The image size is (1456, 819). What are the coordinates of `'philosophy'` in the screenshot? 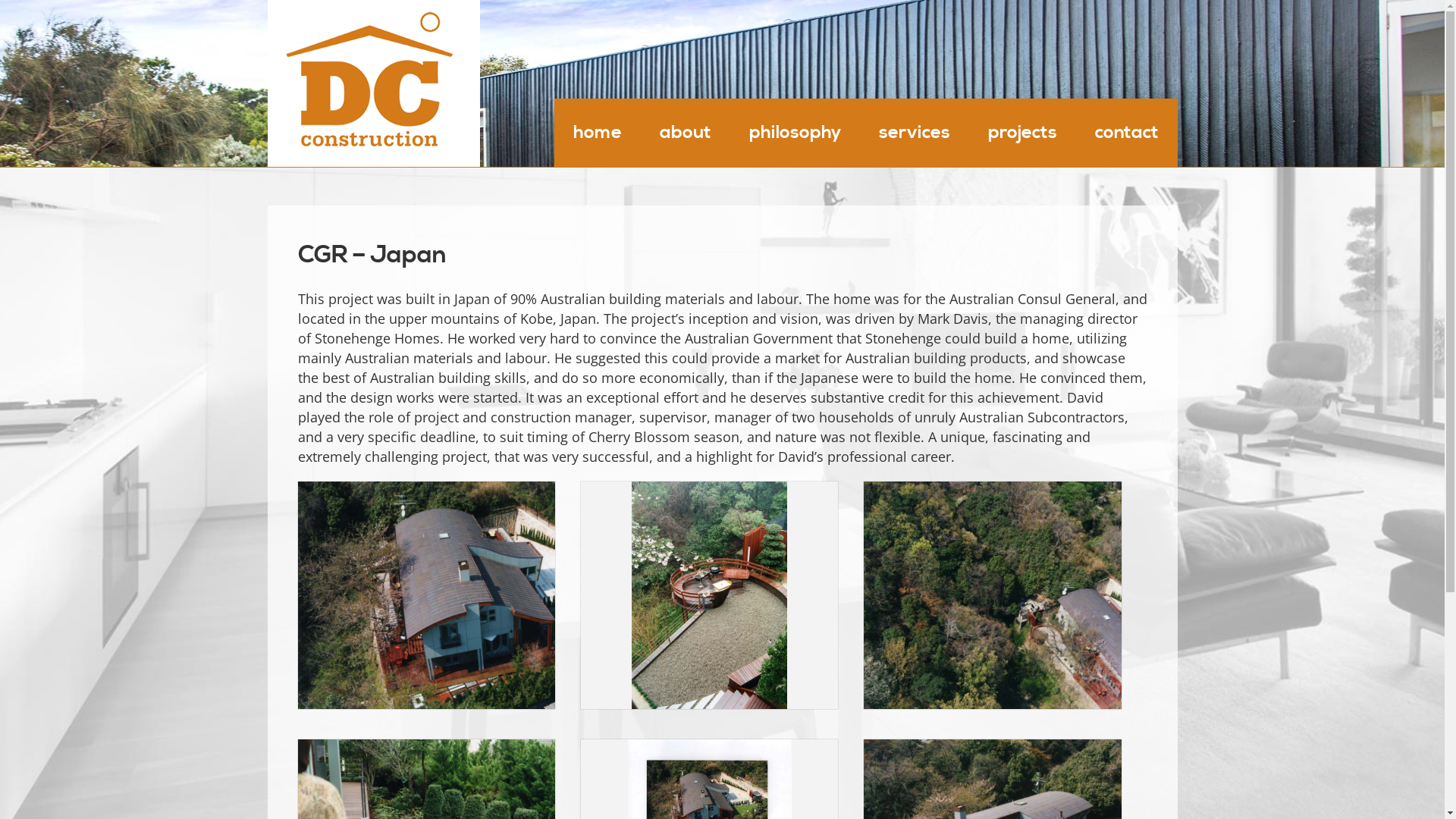 It's located at (729, 131).